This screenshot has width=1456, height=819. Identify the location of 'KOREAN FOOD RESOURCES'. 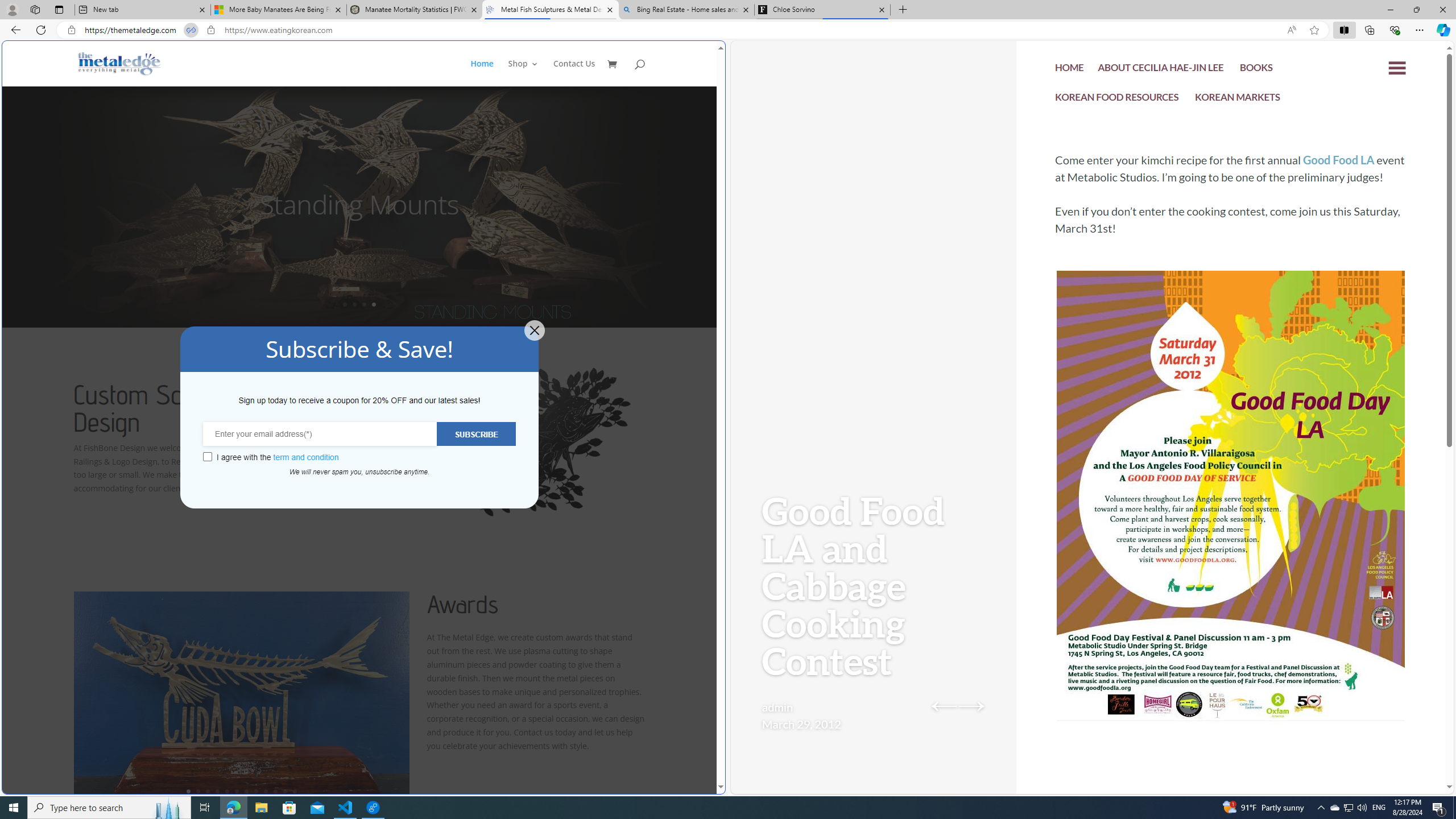
(1117, 100).